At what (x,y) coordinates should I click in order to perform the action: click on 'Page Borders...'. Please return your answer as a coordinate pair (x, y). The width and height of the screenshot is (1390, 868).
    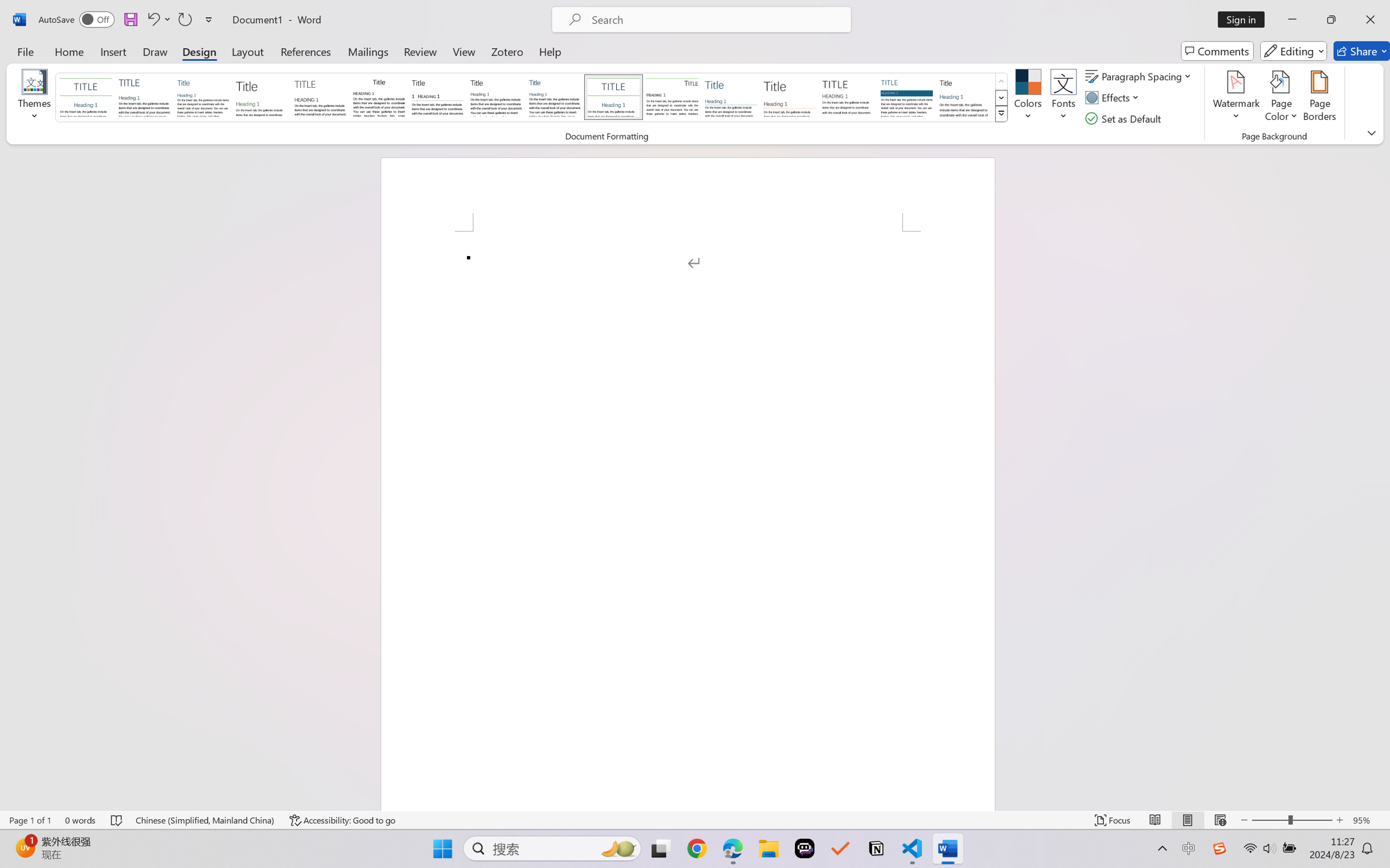
    Looking at the image, I should click on (1319, 98).